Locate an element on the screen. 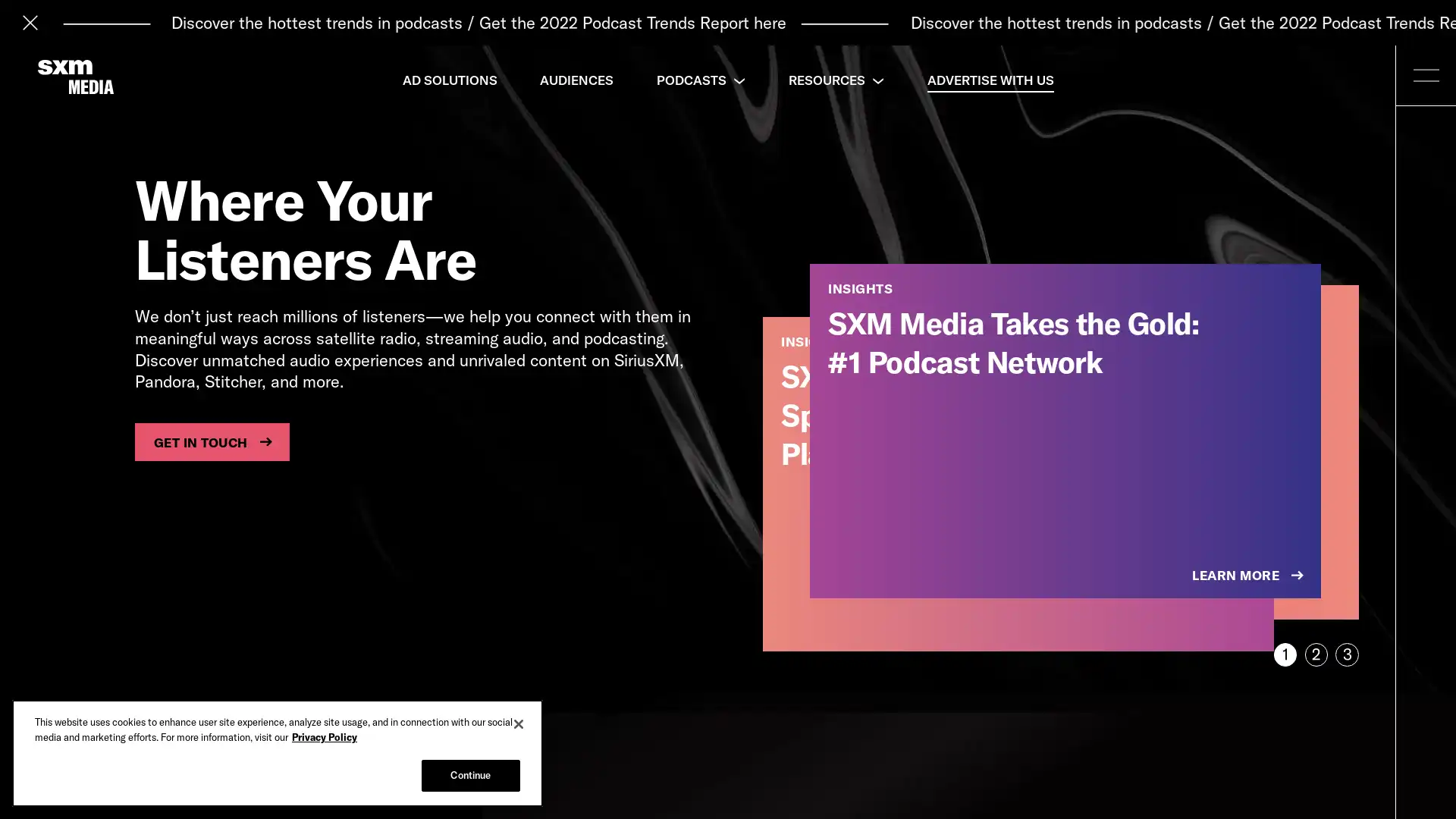 The image size is (1456, 819). LEARN MORE is located at coordinates (1249, 576).